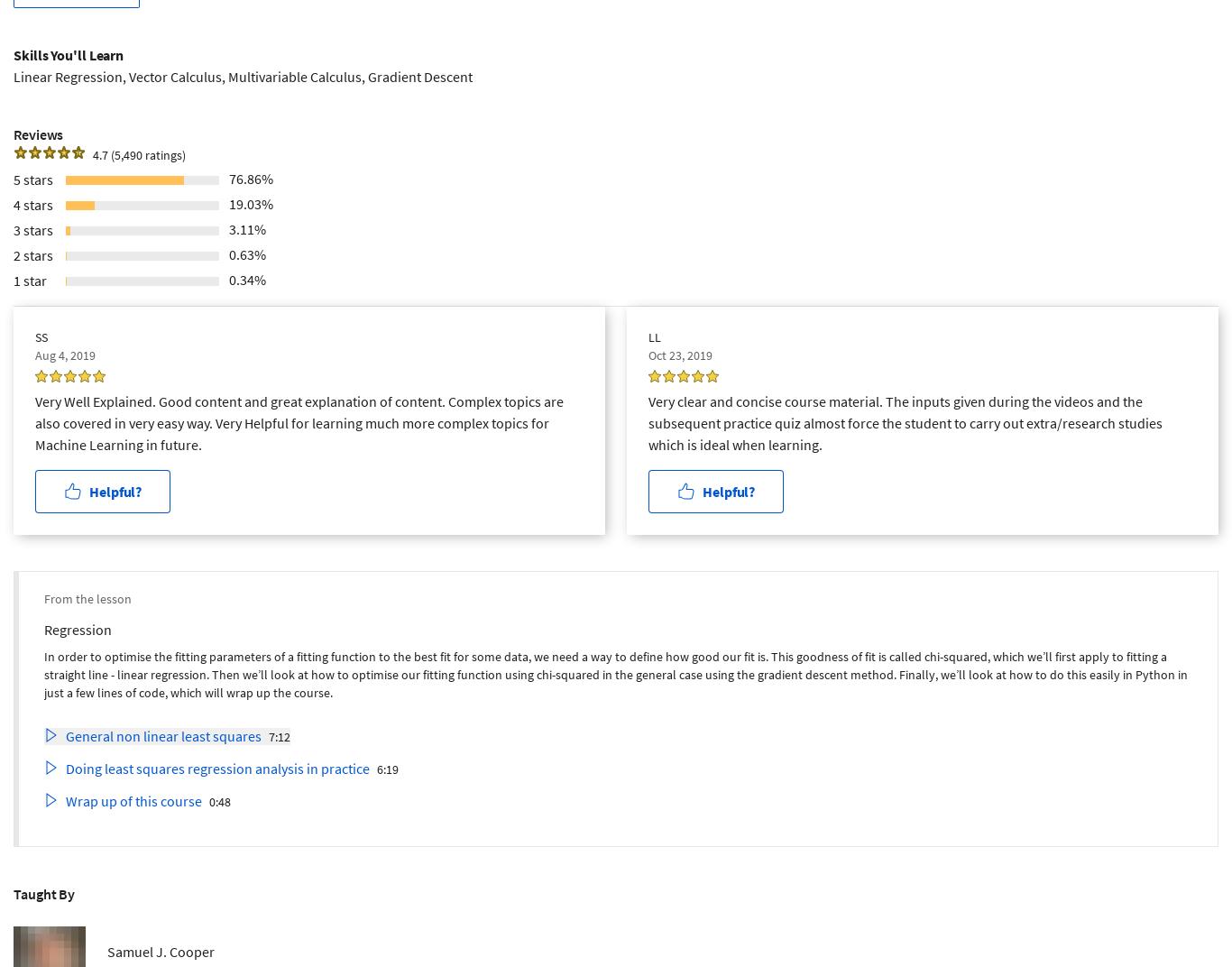 This screenshot has width=1232, height=967. I want to click on '4 stars', so click(33, 203).